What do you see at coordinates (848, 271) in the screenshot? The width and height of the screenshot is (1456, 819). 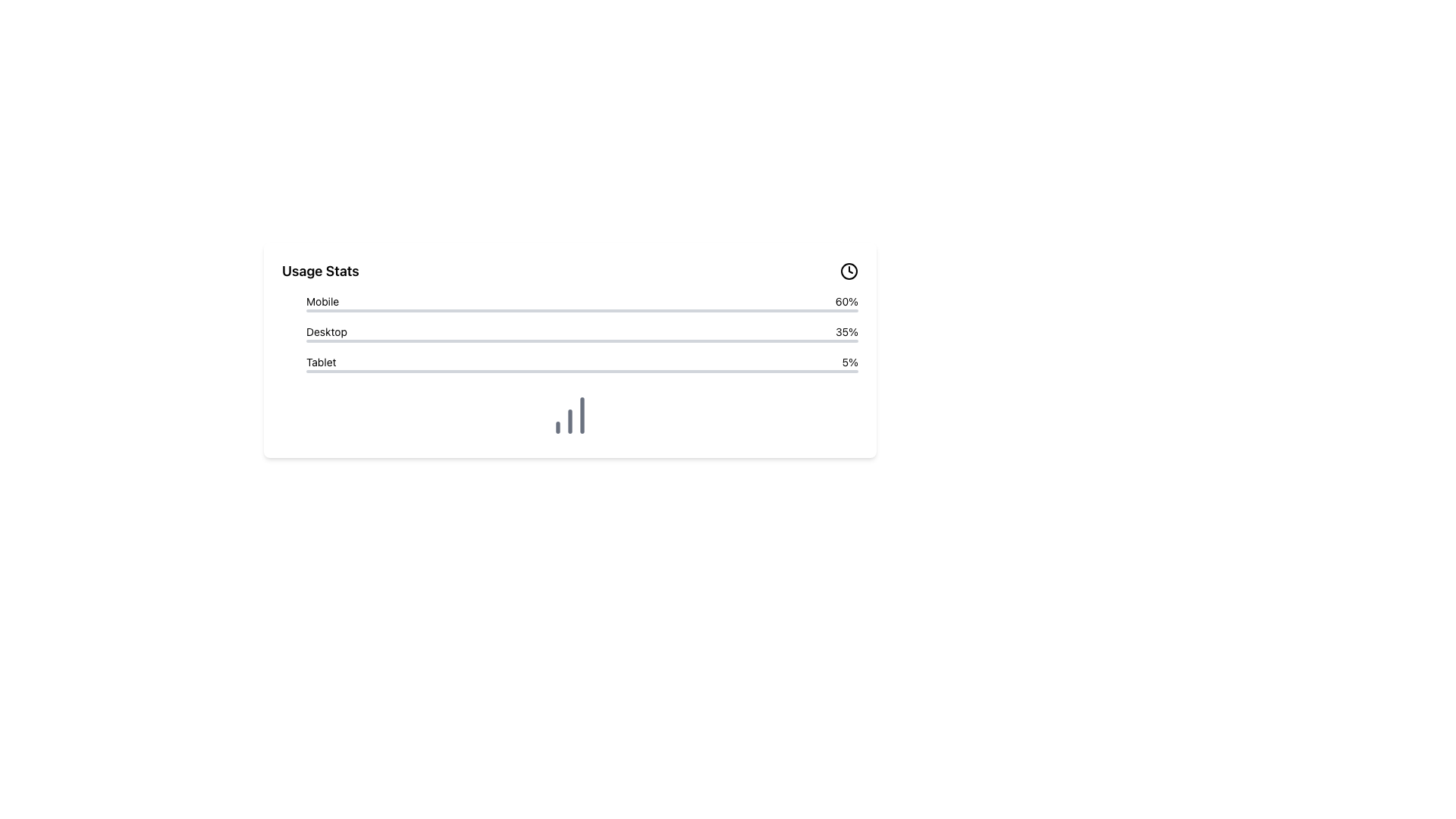 I see `the Decorative SVG Circle that forms the outer rim of the clock icon located in the top-right corner of the 'Usage Stats' card` at bounding box center [848, 271].